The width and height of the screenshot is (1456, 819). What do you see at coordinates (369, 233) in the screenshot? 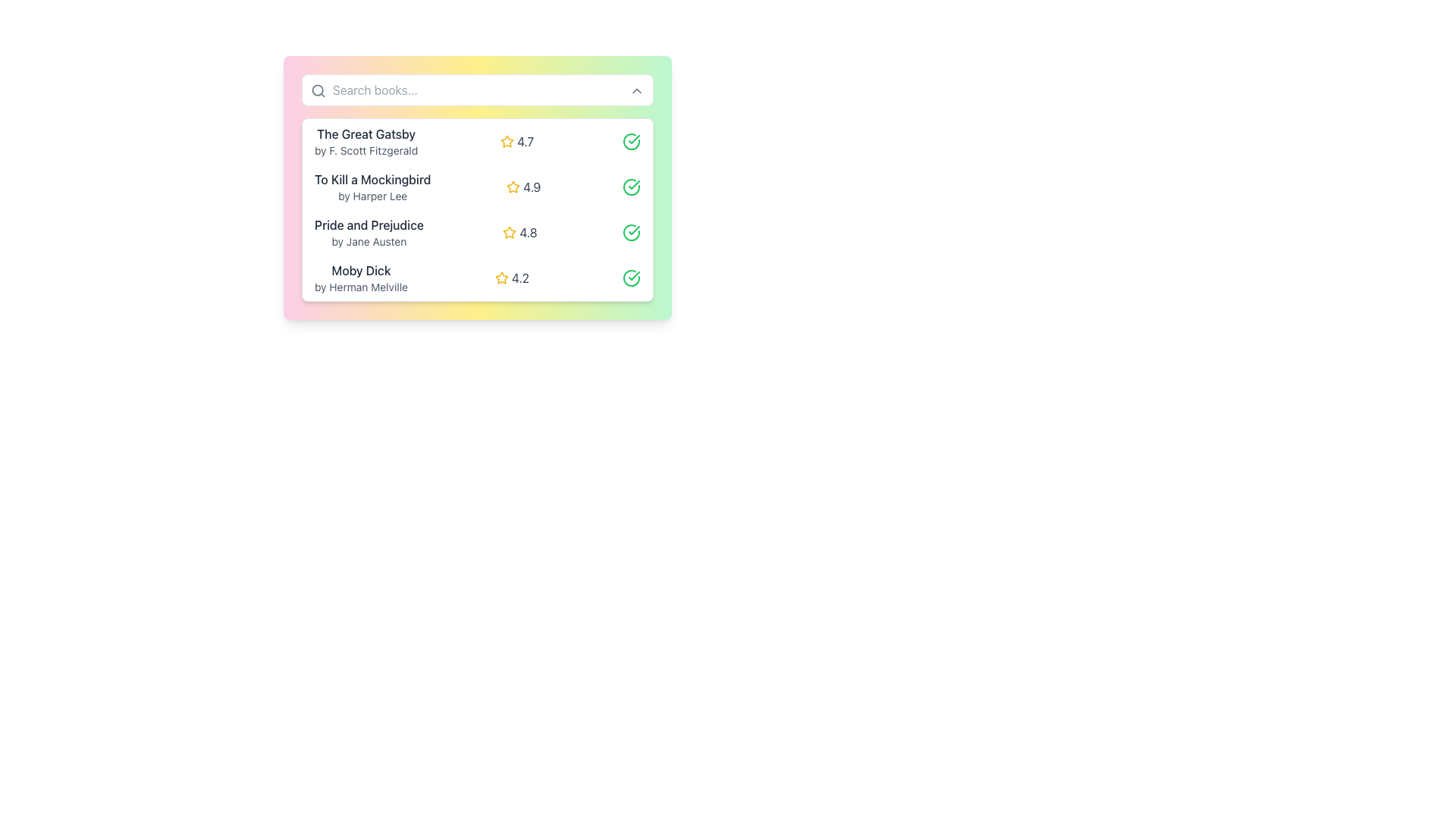
I see `on the text block displaying information about the book, specifically positioned as the third item in the list between 'To Kill a Mockingbird' and 'Moby Dick'` at bounding box center [369, 233].